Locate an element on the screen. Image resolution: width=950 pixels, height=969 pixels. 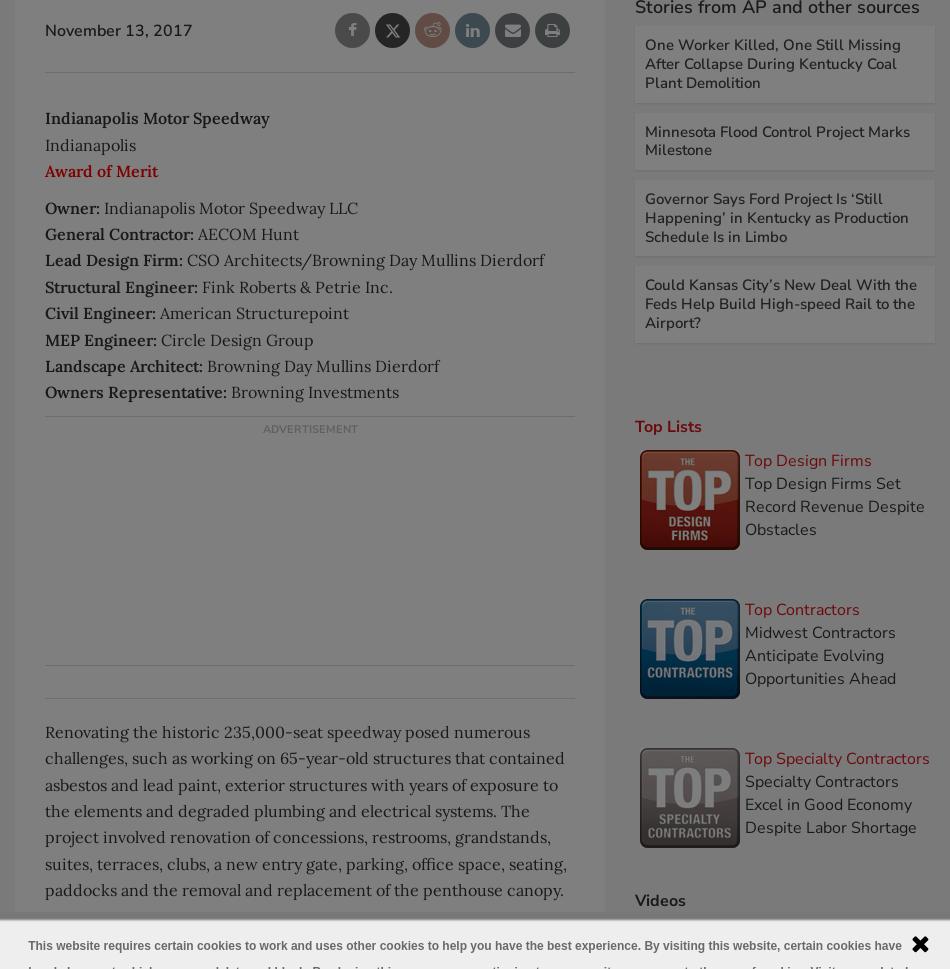
'Top Design Firms' is located at coordinates (807, 459).